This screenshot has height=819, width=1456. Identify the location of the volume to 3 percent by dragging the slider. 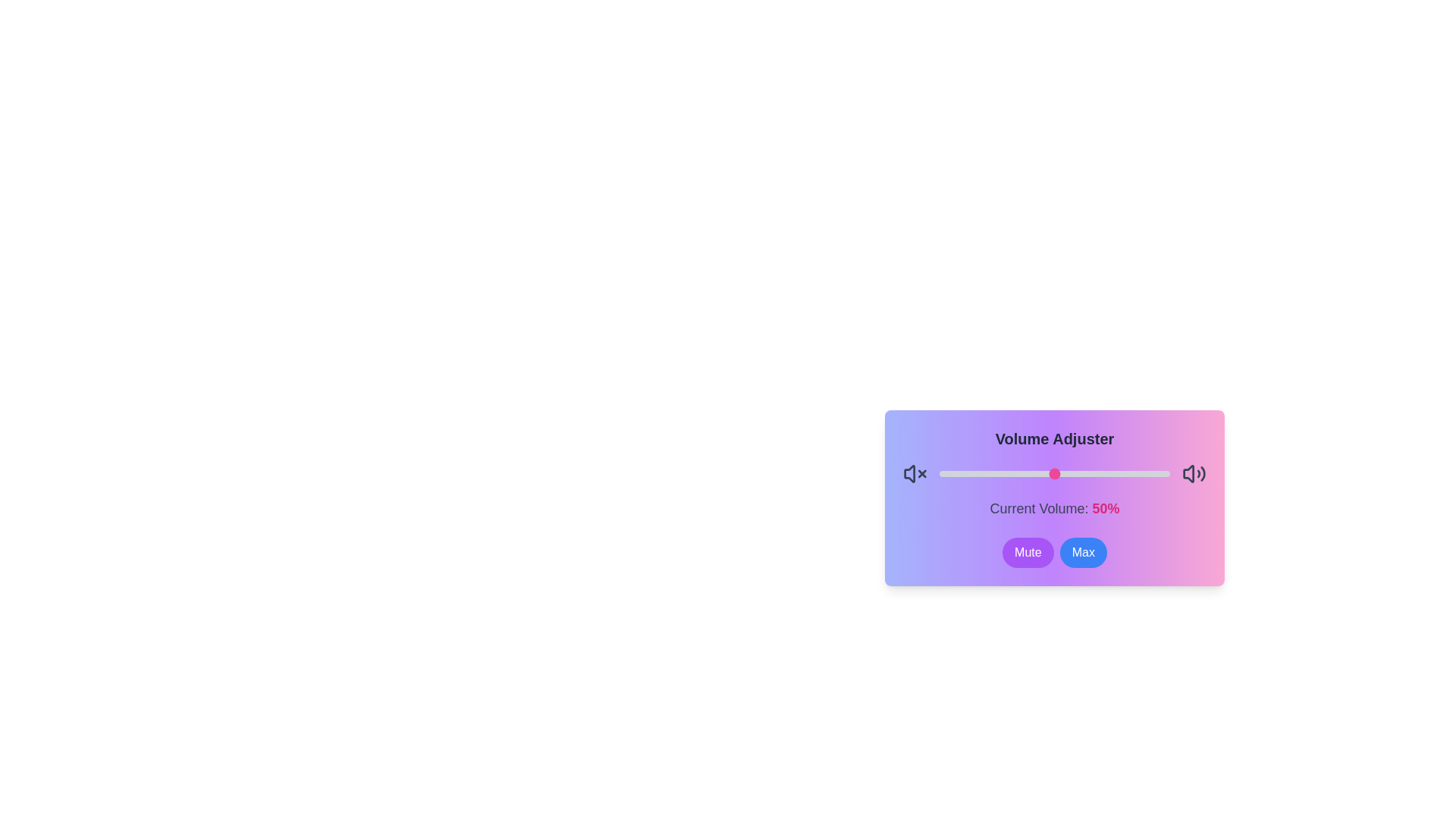
(946, 472).